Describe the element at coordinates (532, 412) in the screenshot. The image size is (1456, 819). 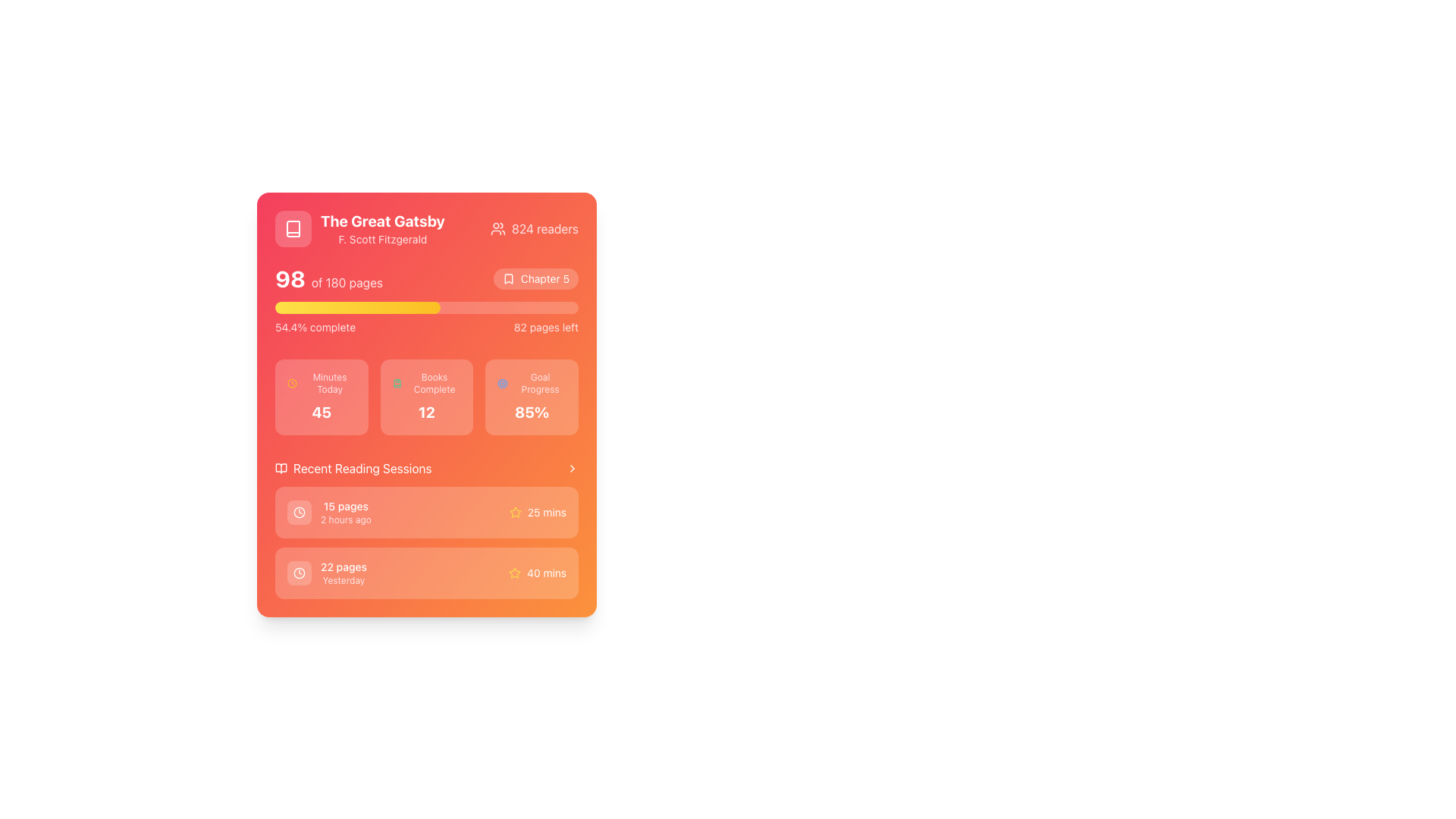
I see `the percentage of completion displayed on the Text label within the 'Goal Progress' panel, which is centrally aligned in the greenish subcard` at that location.